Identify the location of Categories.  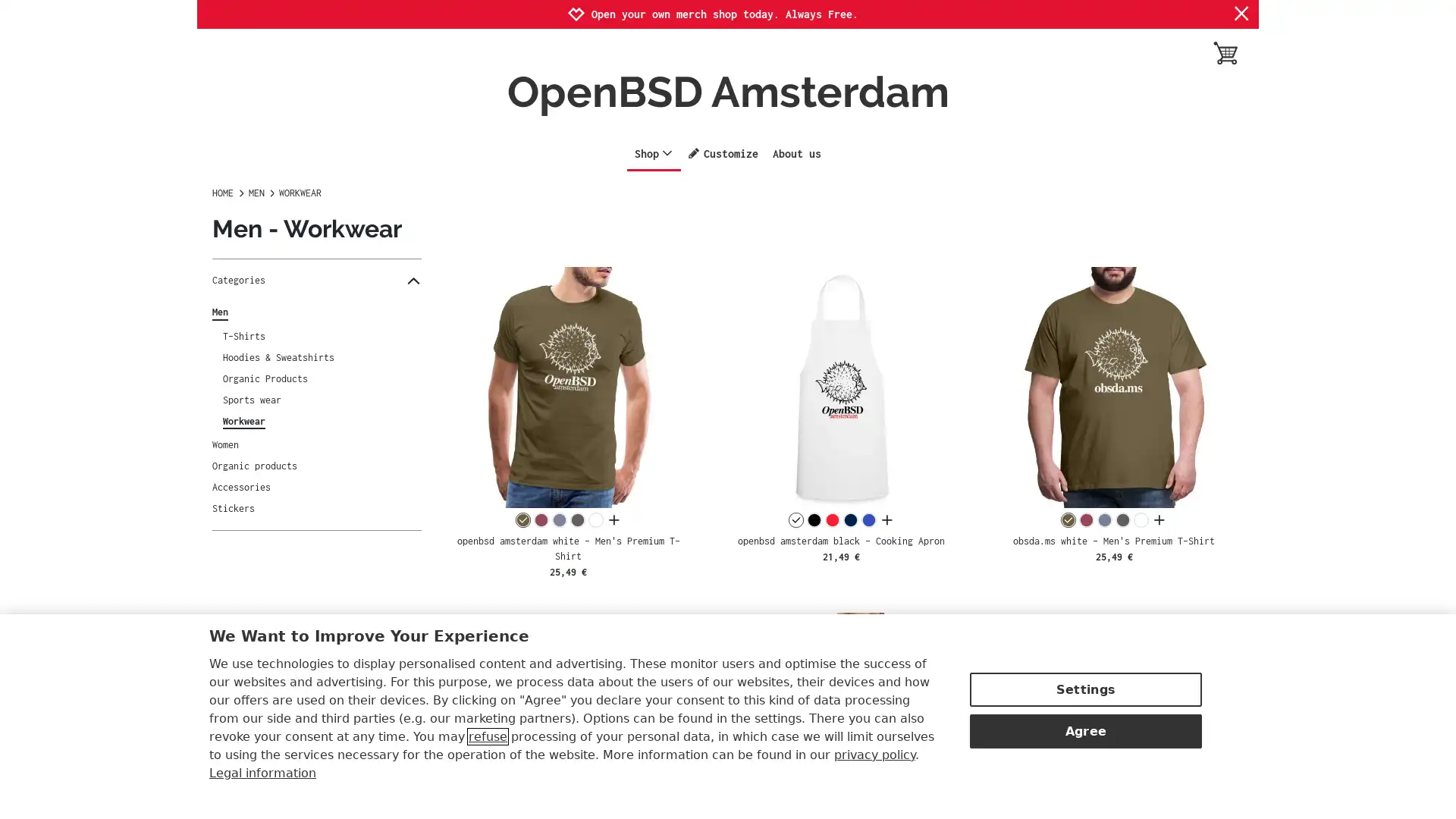
(315, 281).